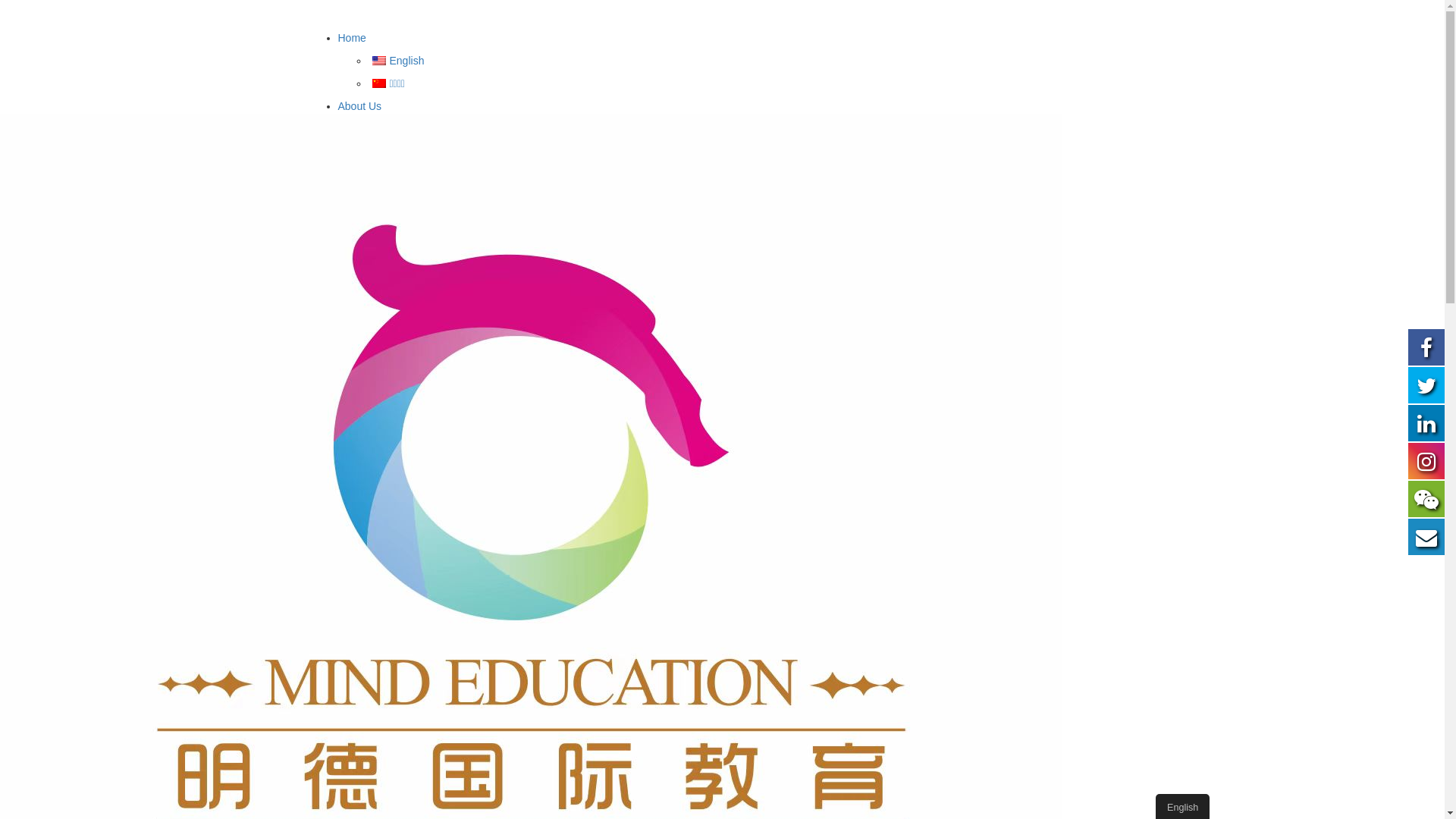 The height and width of the screenshot is (819, 1456). Describe the element at coordinates (468, 632) in the screenshot. I see `'Meet-up Future Career Camp'` at that location.